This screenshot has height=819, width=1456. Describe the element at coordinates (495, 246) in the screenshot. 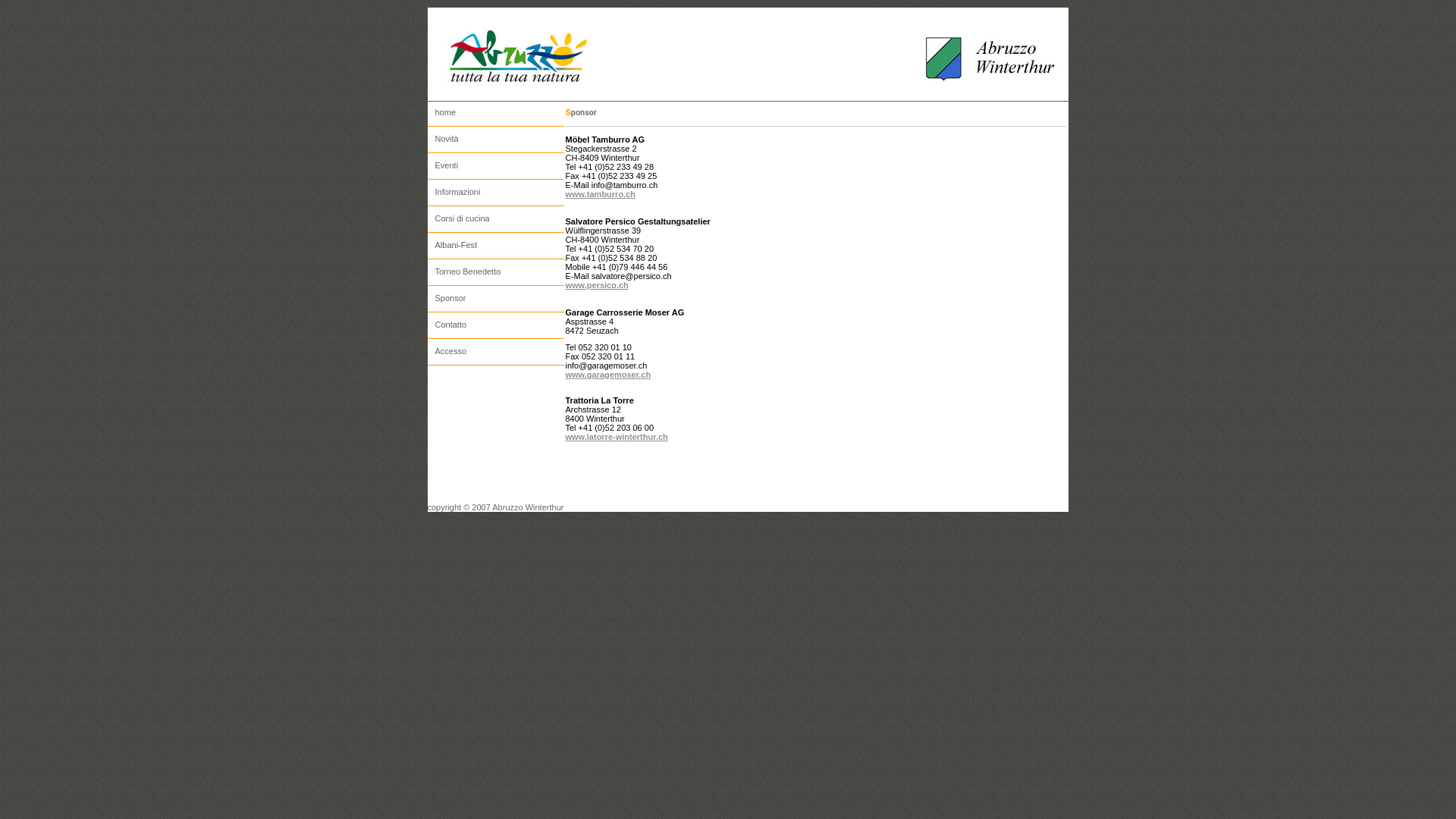

I see `'Albani-Fest'` at that location.